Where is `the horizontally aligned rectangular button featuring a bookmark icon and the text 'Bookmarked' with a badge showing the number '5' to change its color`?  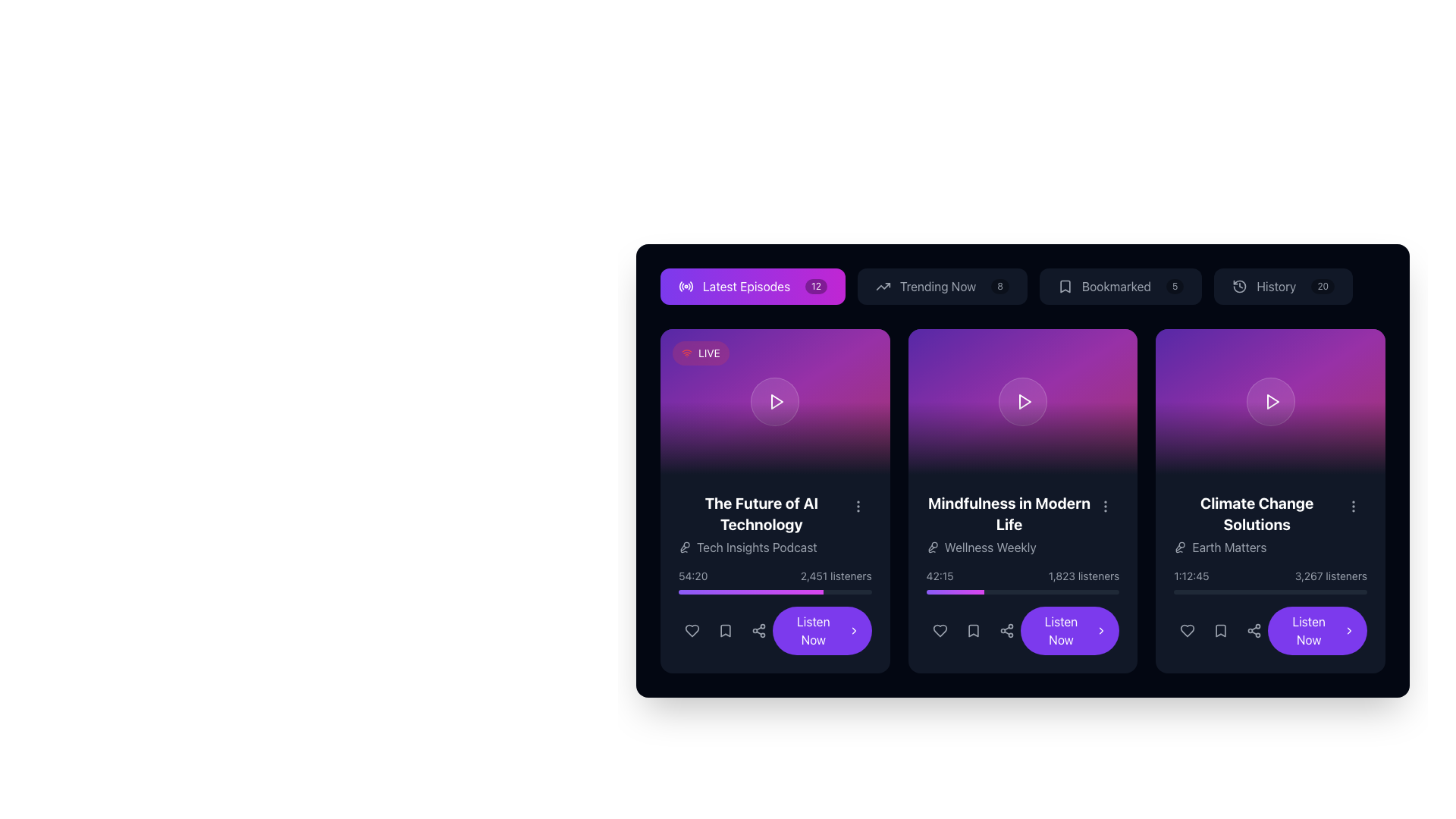 the horizontally aligned rectangular button featuring a bookmark icon and the text 'Bookmarked' with a badge showing the number '5' to change its color is located at coordinates (1121, 287).